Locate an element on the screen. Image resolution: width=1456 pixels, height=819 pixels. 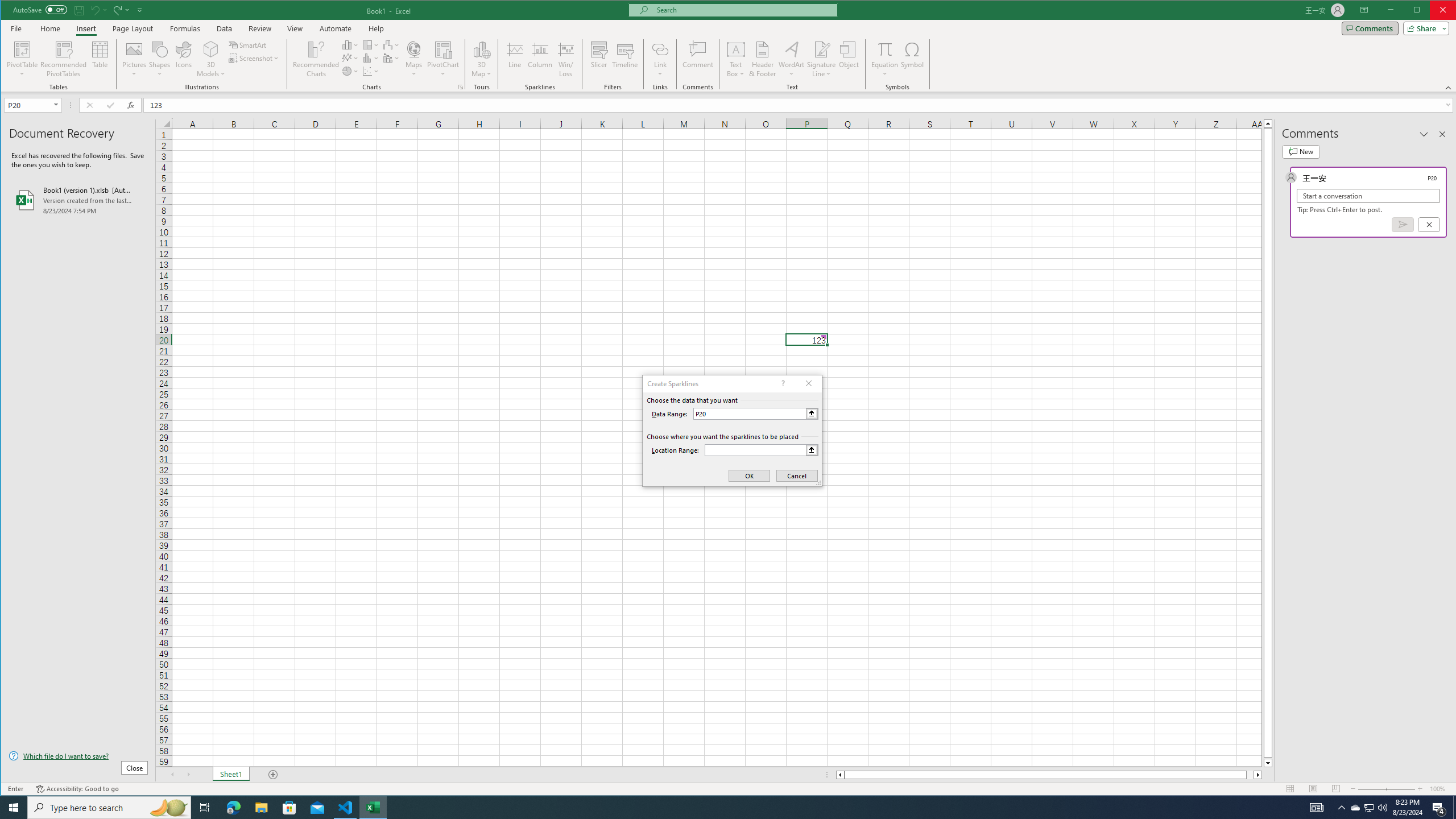
'Screenshot' is located at coordinates (255, 58).